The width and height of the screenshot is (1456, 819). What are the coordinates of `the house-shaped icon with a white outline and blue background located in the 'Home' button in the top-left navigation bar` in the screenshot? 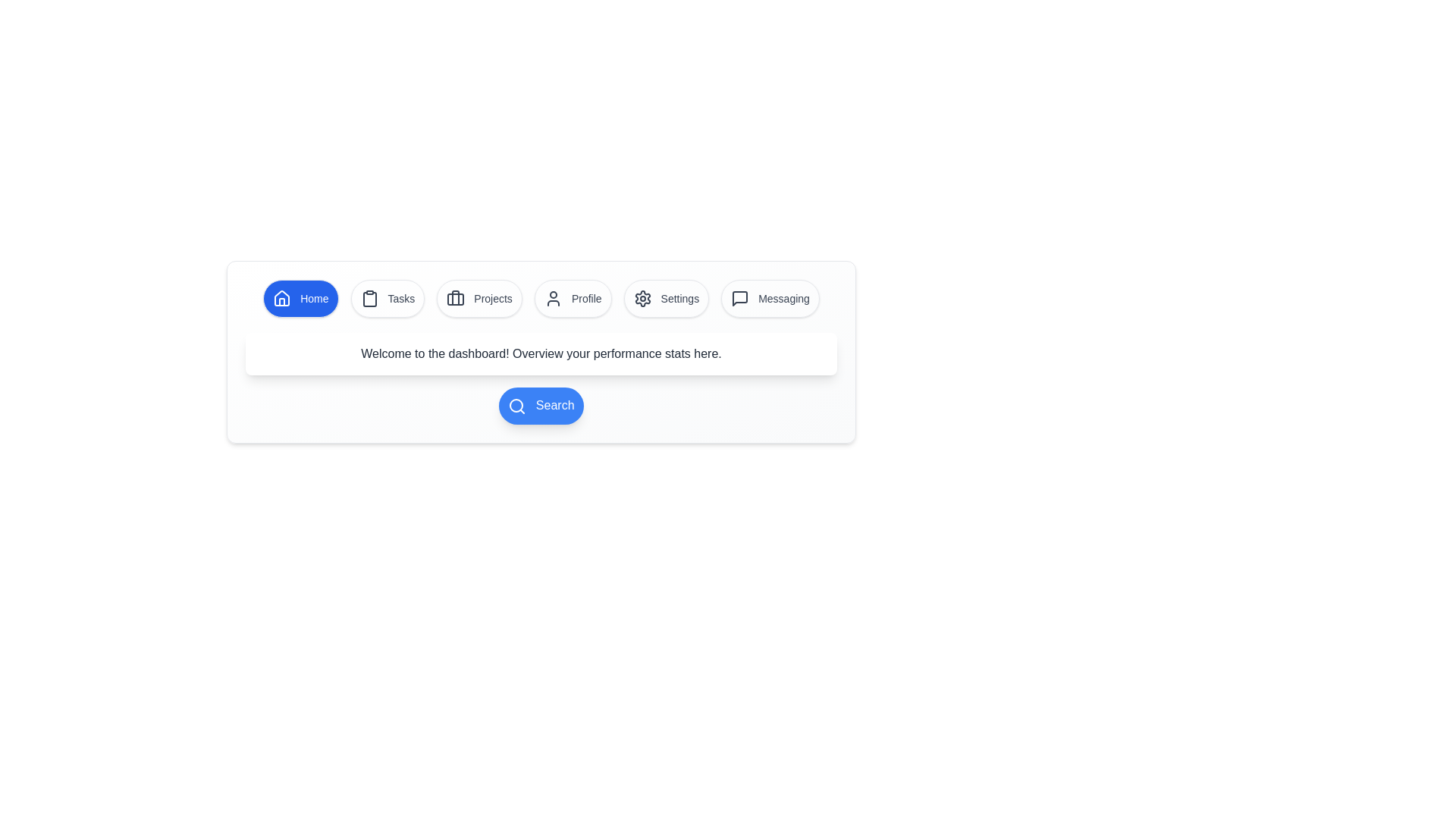 It's located at (282, 298).